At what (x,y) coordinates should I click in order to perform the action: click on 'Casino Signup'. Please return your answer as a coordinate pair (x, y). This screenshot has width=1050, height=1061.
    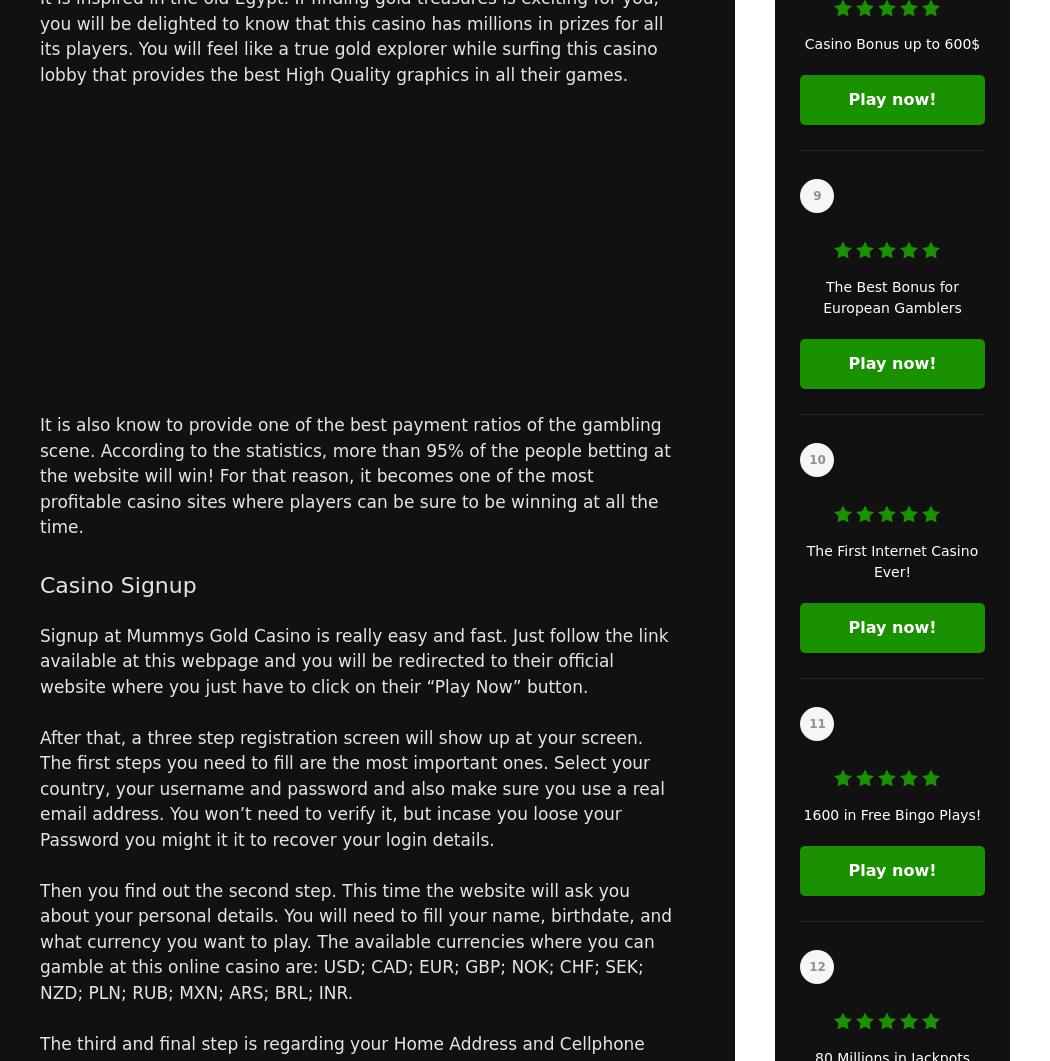
    Looking at the image, I should click on (39, 584).